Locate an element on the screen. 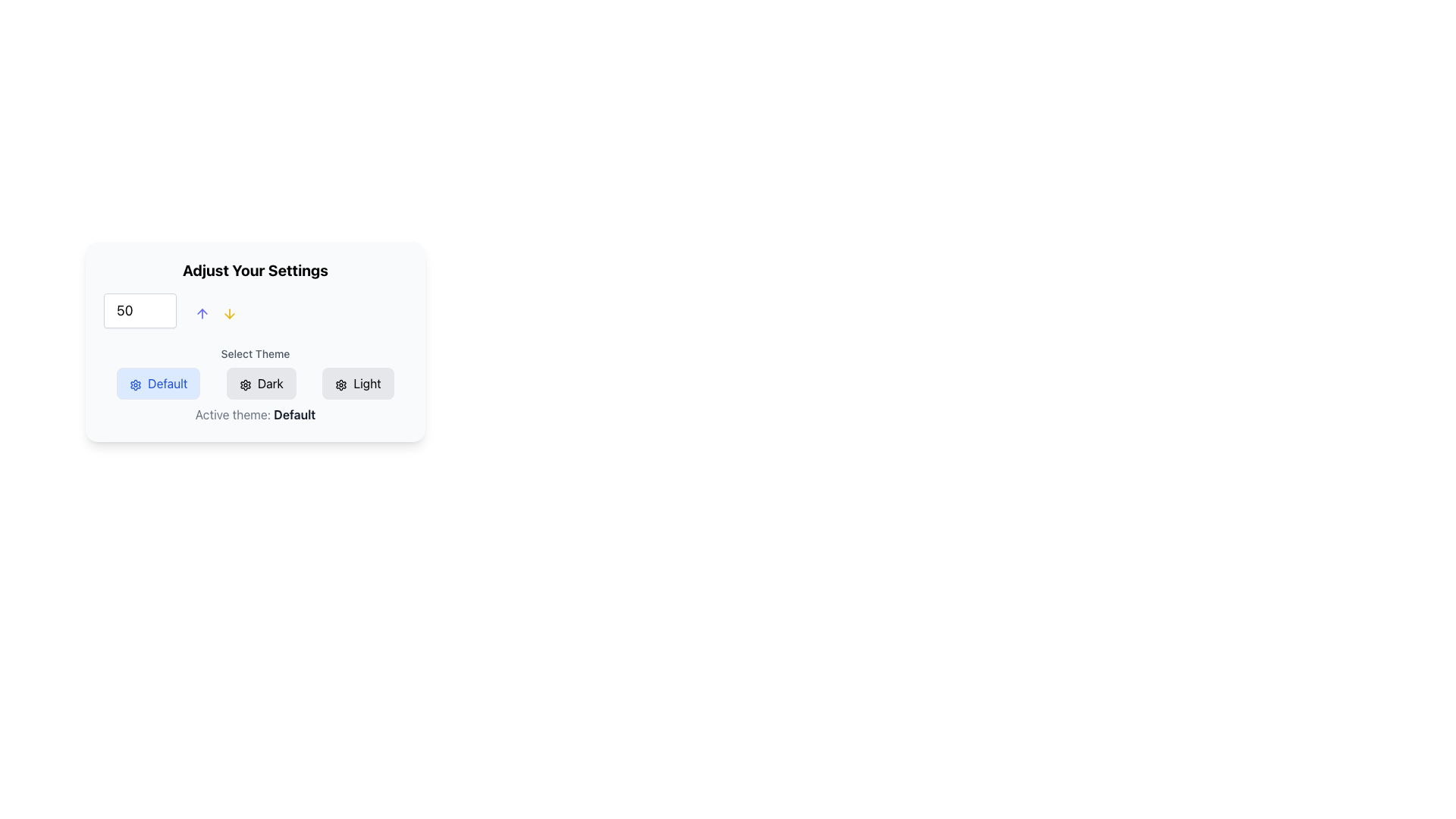 The image size is (1456, 819). the settings icon located in the central area of the application interface, positioned to the left of the 'Default' theme button within the 'Select Theme' section is located at coordinates (245, 384).